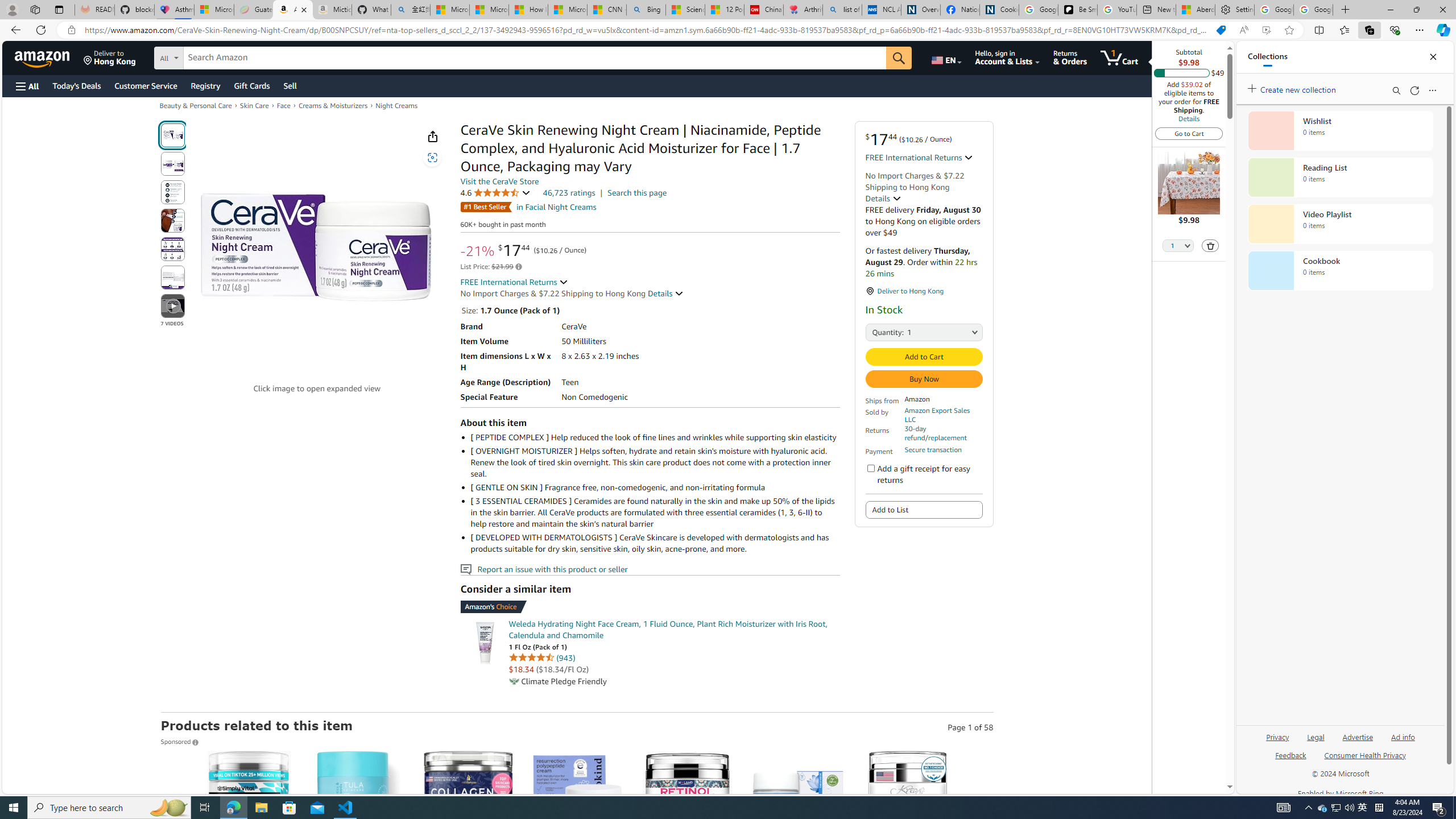 The width and height of the screenshot is (1456, 819). Describe the element at coordinates (945, 57) in the screenshot. I see `'Choose a language for shopping.'` at that location.